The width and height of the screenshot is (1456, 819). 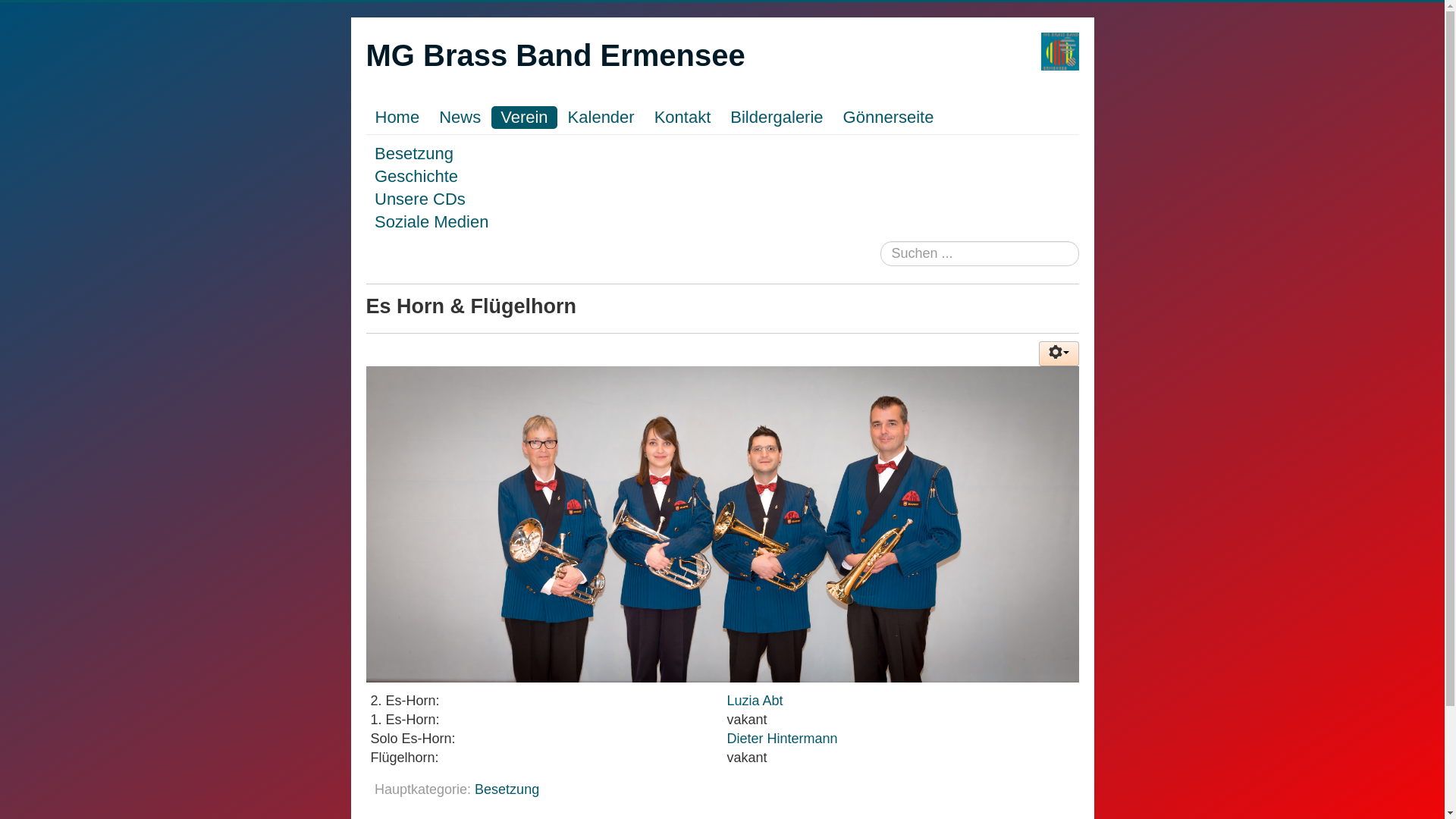 I want to click on 'Kalender', so click(x=558, y=116).